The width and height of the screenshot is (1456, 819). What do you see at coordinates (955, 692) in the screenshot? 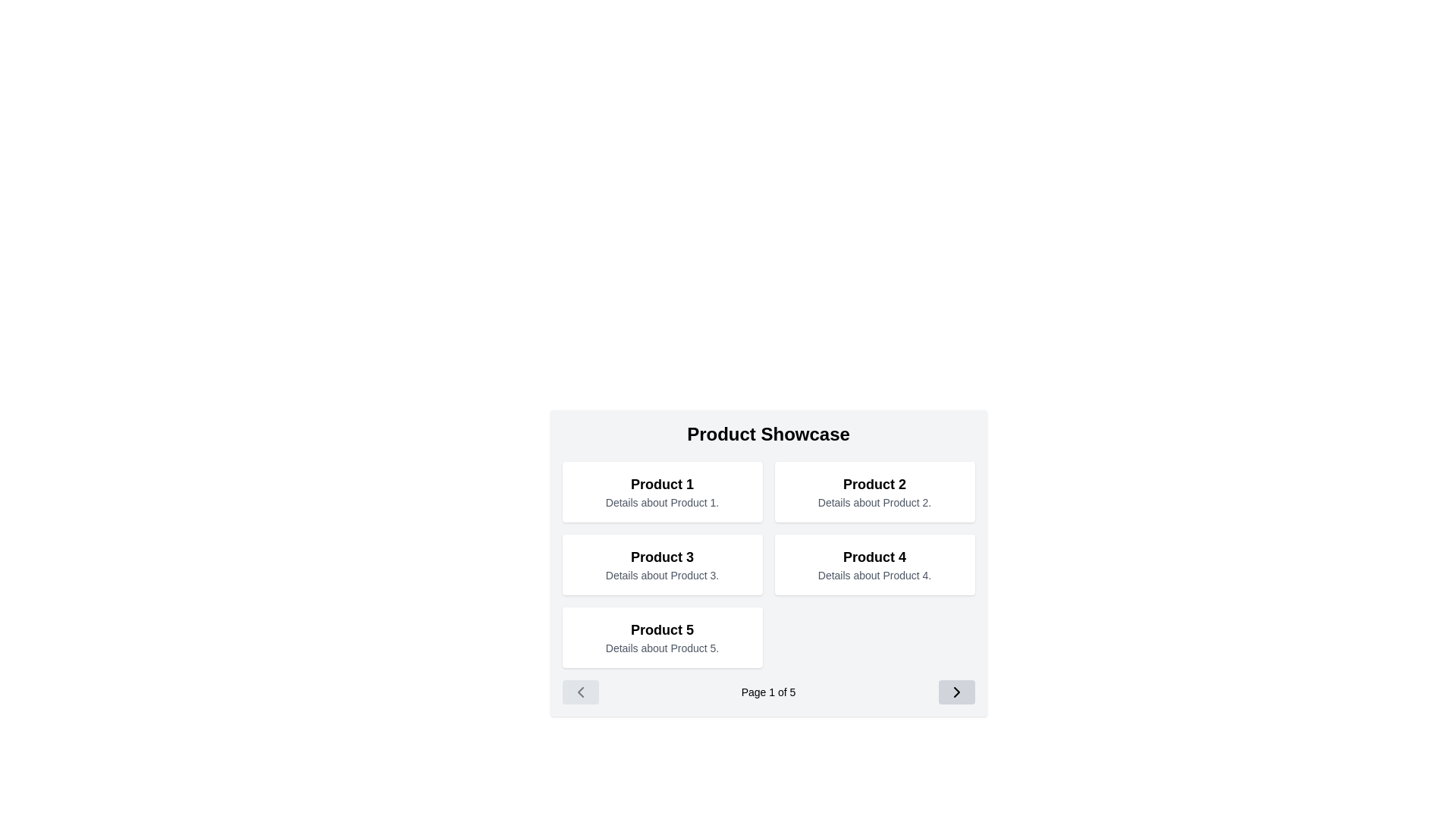
I see `the right-facing chevron arrow icon located within the rectangular button at the bottom-right of the interface` at bounding box center [955, 692].